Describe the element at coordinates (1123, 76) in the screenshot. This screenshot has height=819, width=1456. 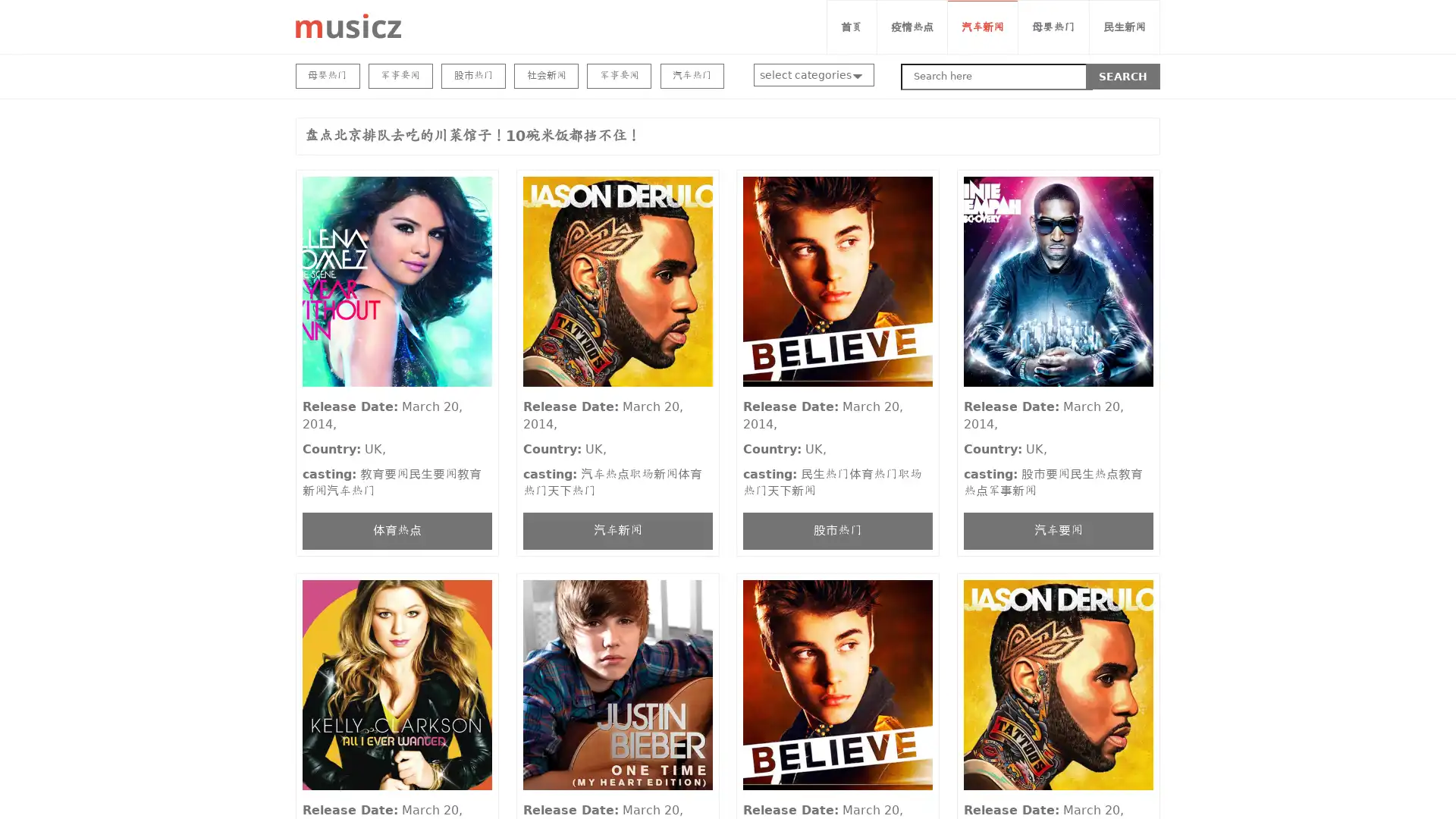
I see `search` at that location.